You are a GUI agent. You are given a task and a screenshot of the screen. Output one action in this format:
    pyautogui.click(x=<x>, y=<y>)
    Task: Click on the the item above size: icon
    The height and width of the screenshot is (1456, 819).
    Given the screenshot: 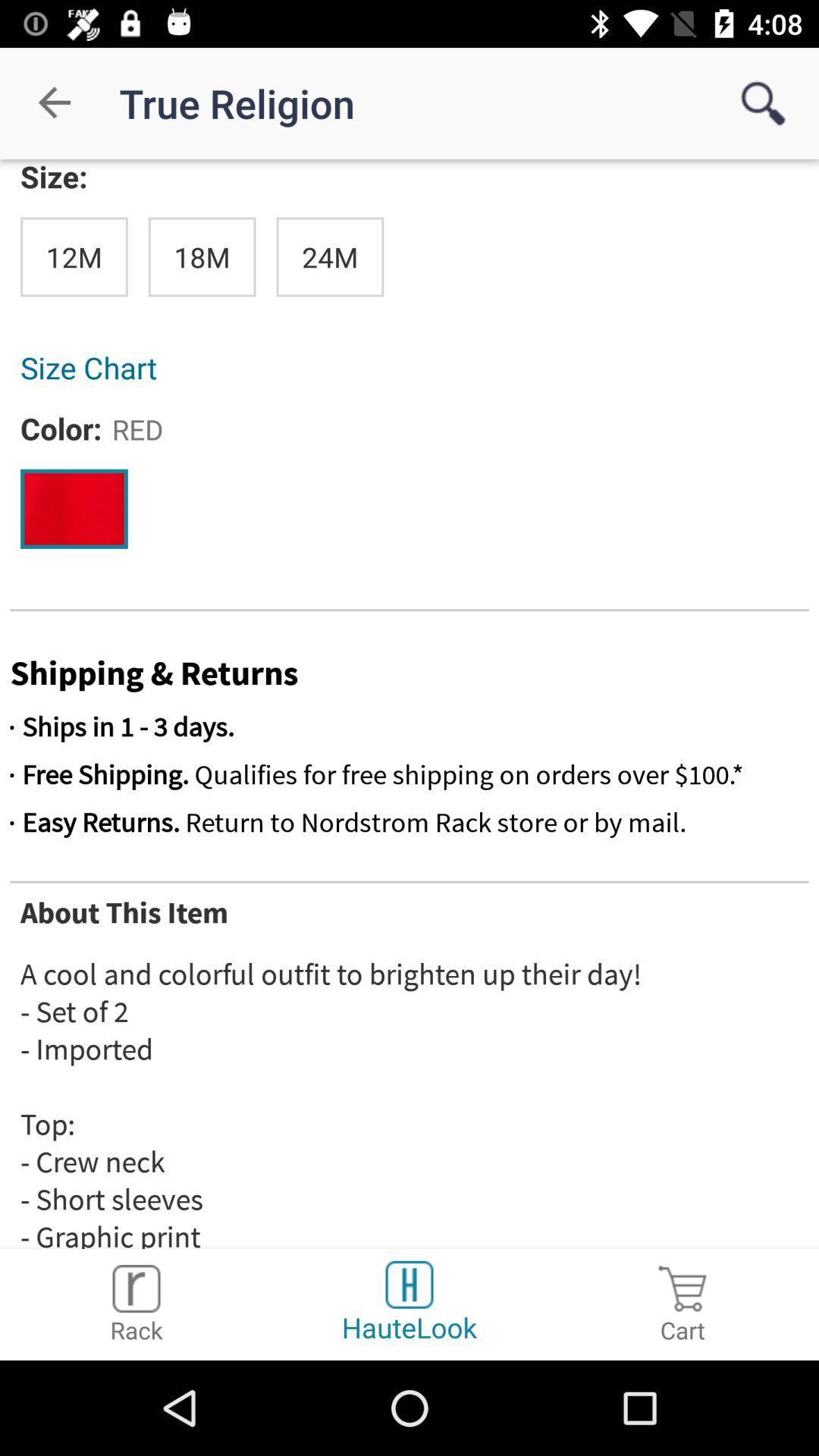 What is the action you would take?
    pyautogui.click(x=55, y=102)
    